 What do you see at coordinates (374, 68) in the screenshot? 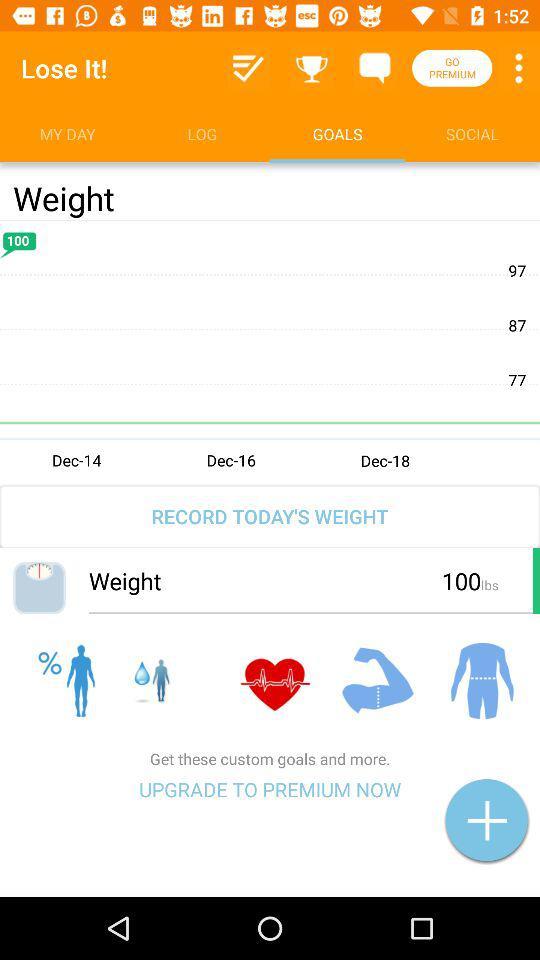
I see `send message` at bounding box center [374, 68].